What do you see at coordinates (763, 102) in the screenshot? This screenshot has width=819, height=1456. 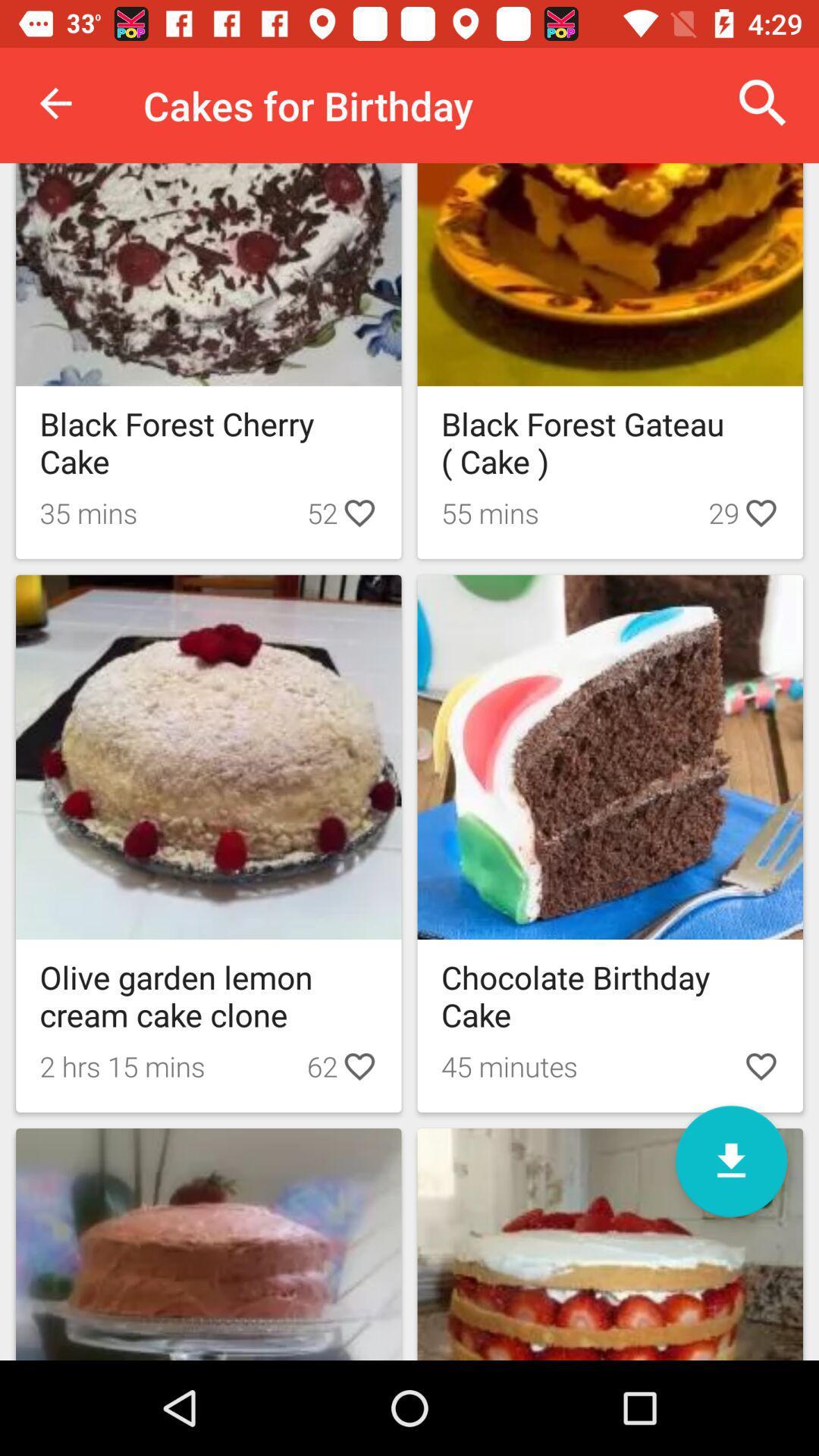 I see `item next to cakes for birthday item` at bounding box center [763, 102].